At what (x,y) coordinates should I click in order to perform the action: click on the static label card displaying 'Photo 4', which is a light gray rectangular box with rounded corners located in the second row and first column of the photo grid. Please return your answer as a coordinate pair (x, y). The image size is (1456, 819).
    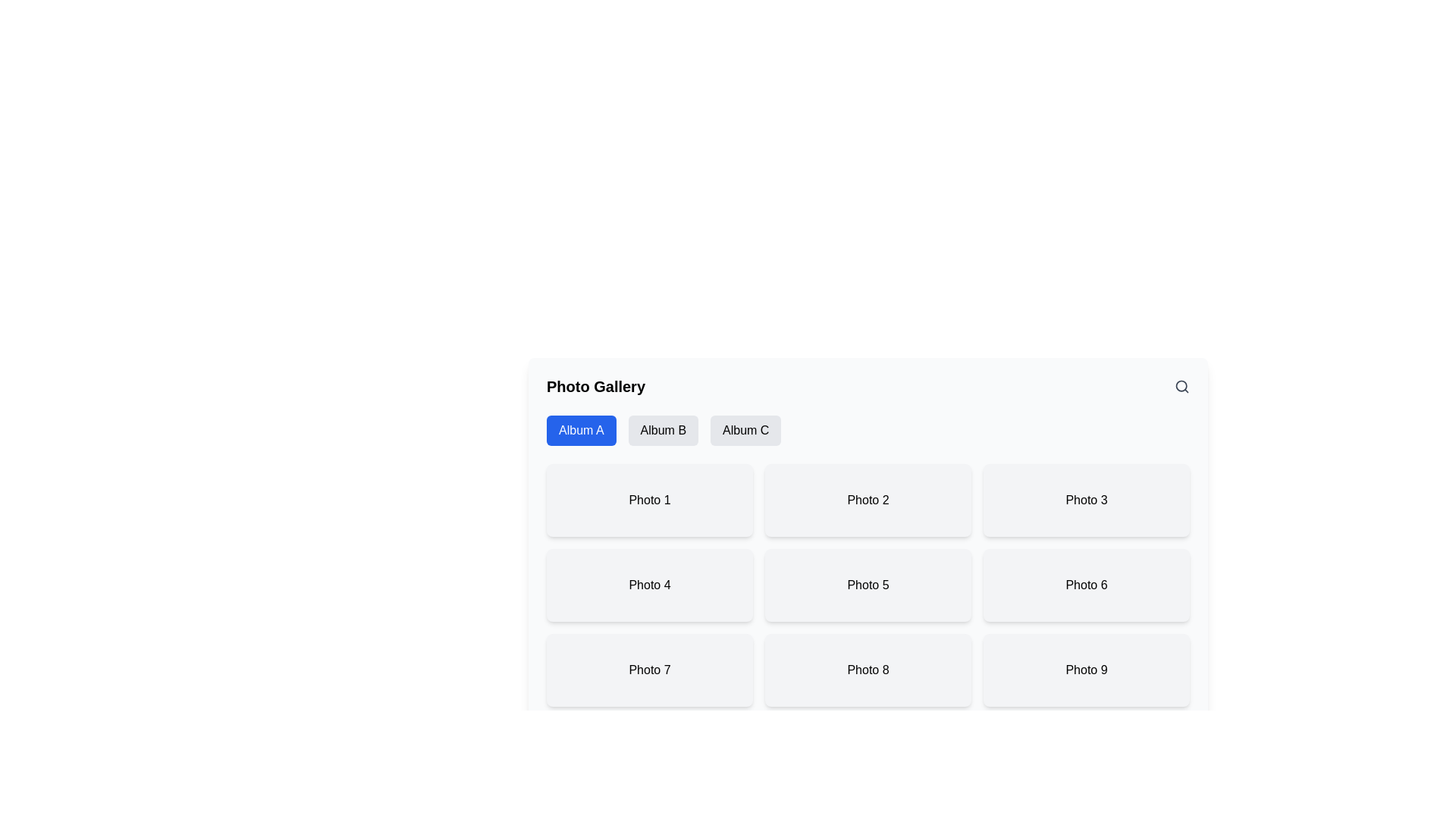
    Looking at the image, I should click on (650, 584).